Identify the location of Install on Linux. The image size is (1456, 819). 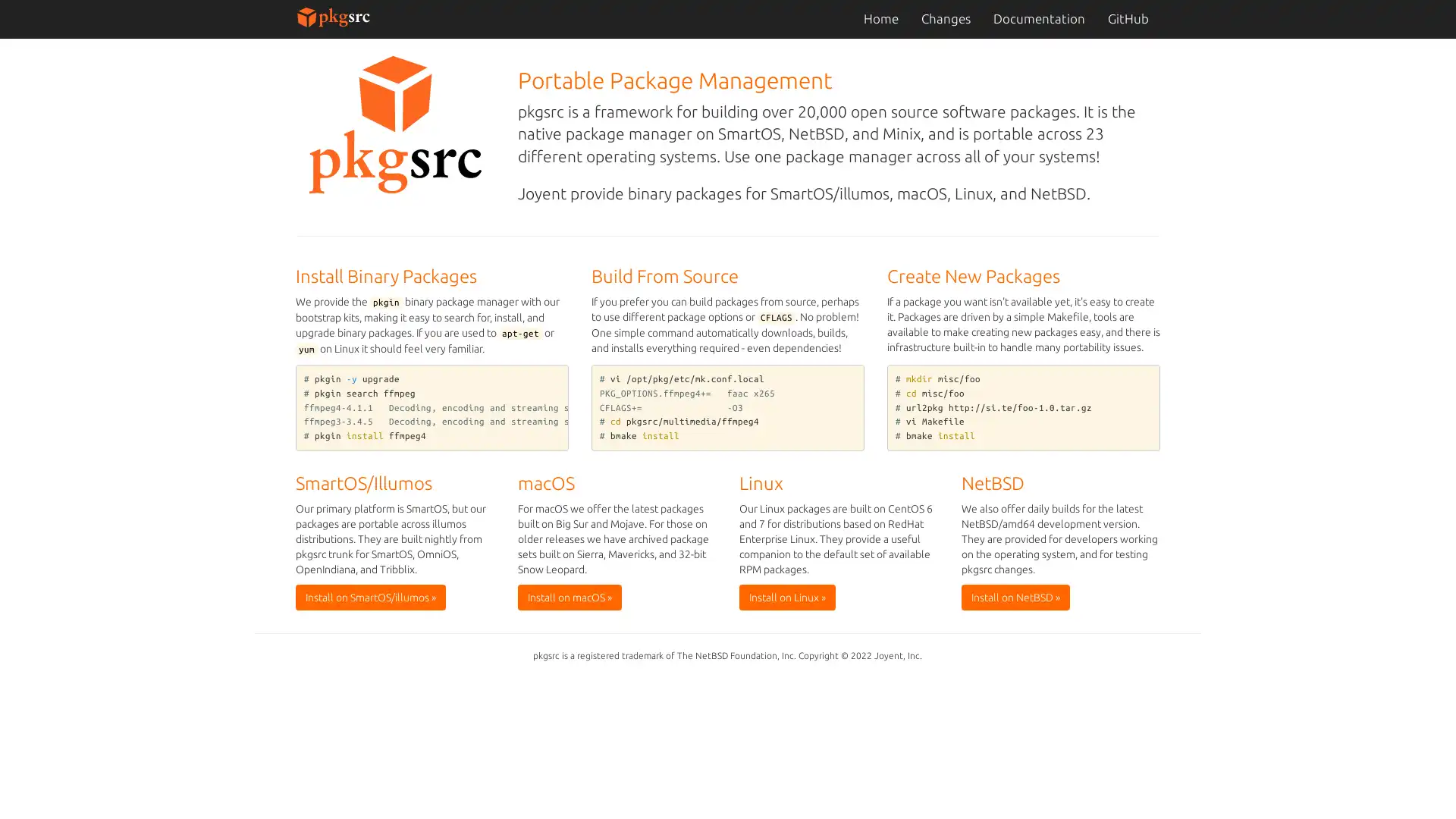
(787, 596).